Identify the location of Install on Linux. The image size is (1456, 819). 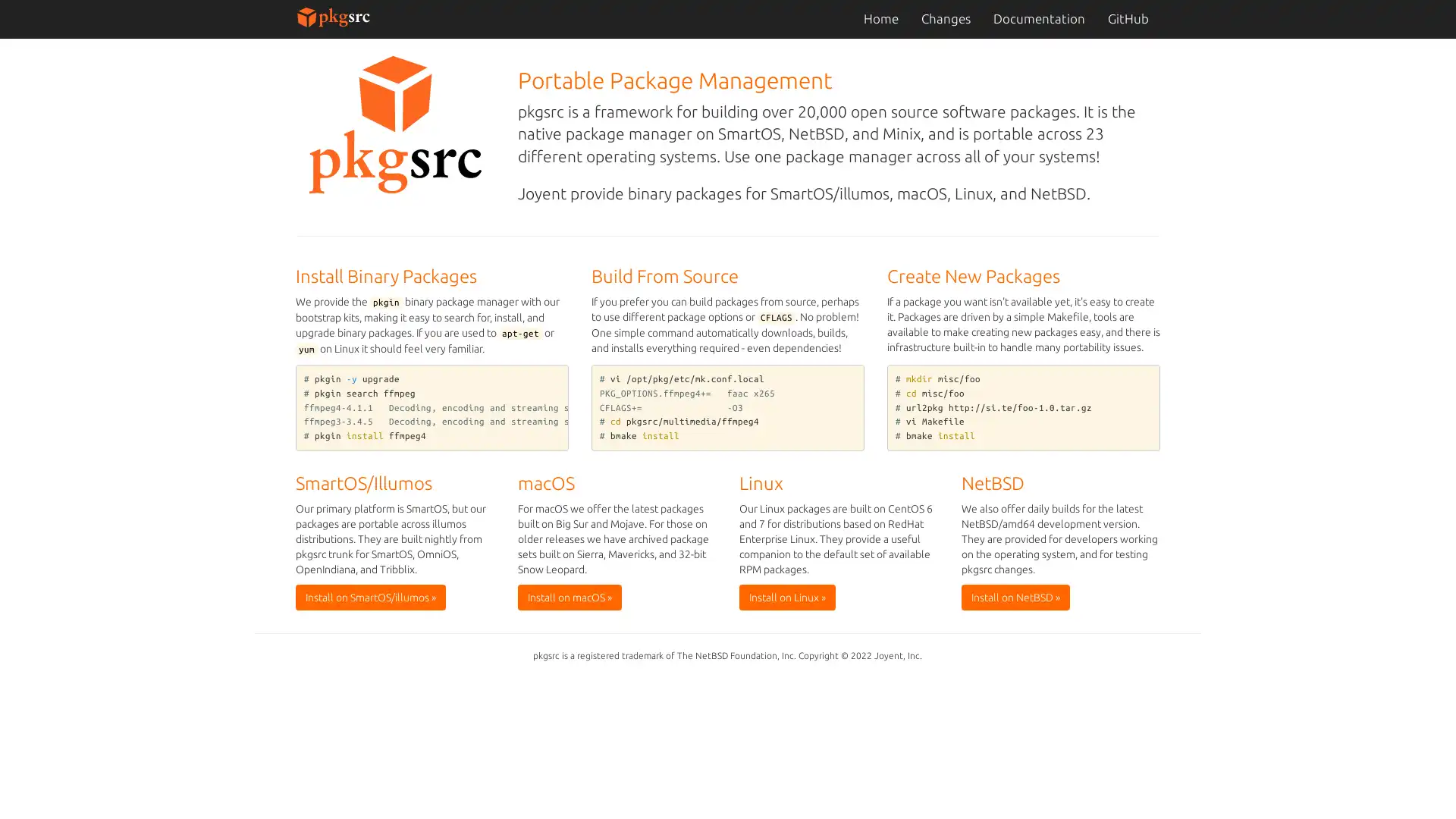
(787, 596).